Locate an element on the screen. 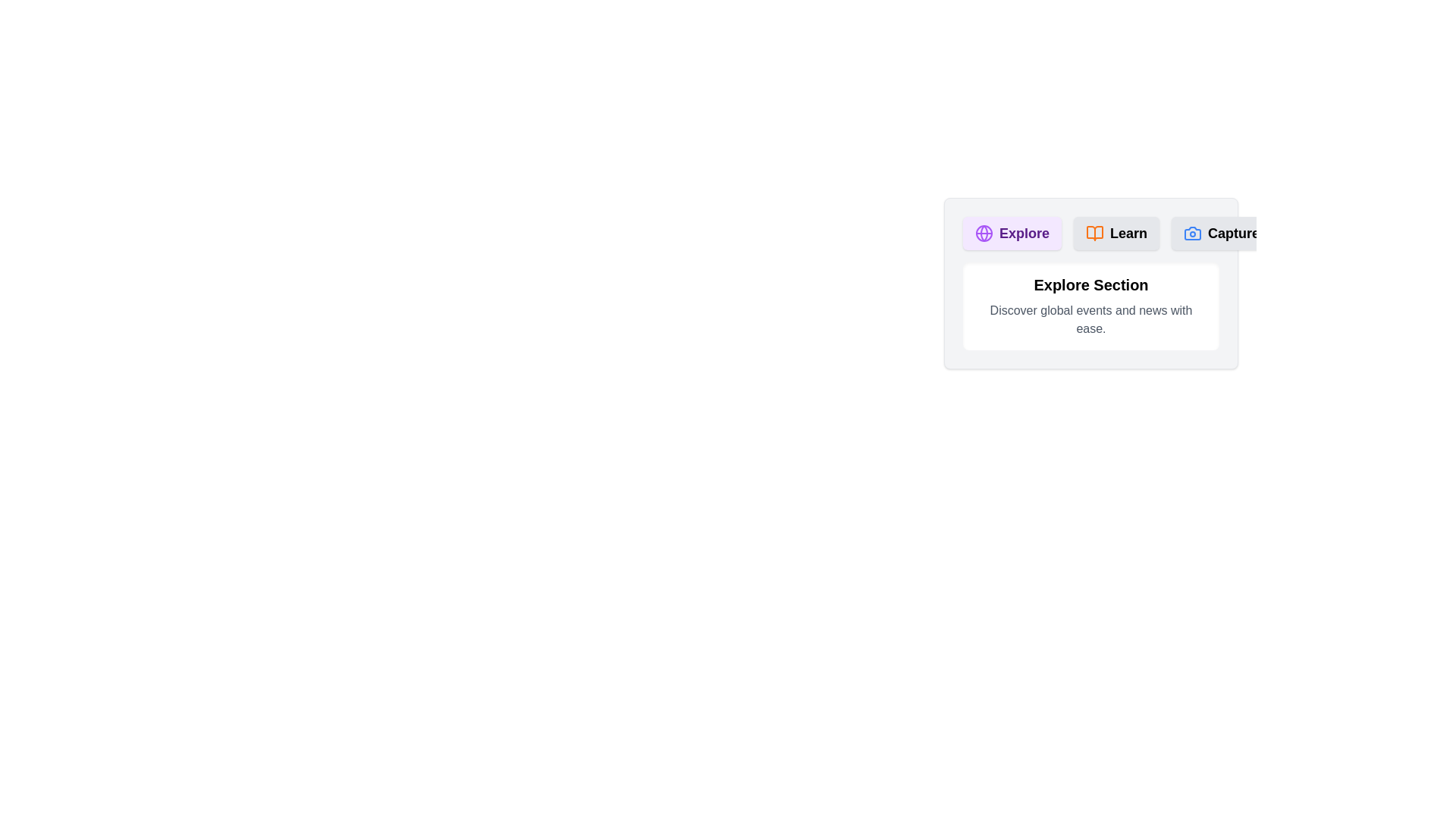  the tab labeled Capture to activate it is located at coordinates (1222, 234).